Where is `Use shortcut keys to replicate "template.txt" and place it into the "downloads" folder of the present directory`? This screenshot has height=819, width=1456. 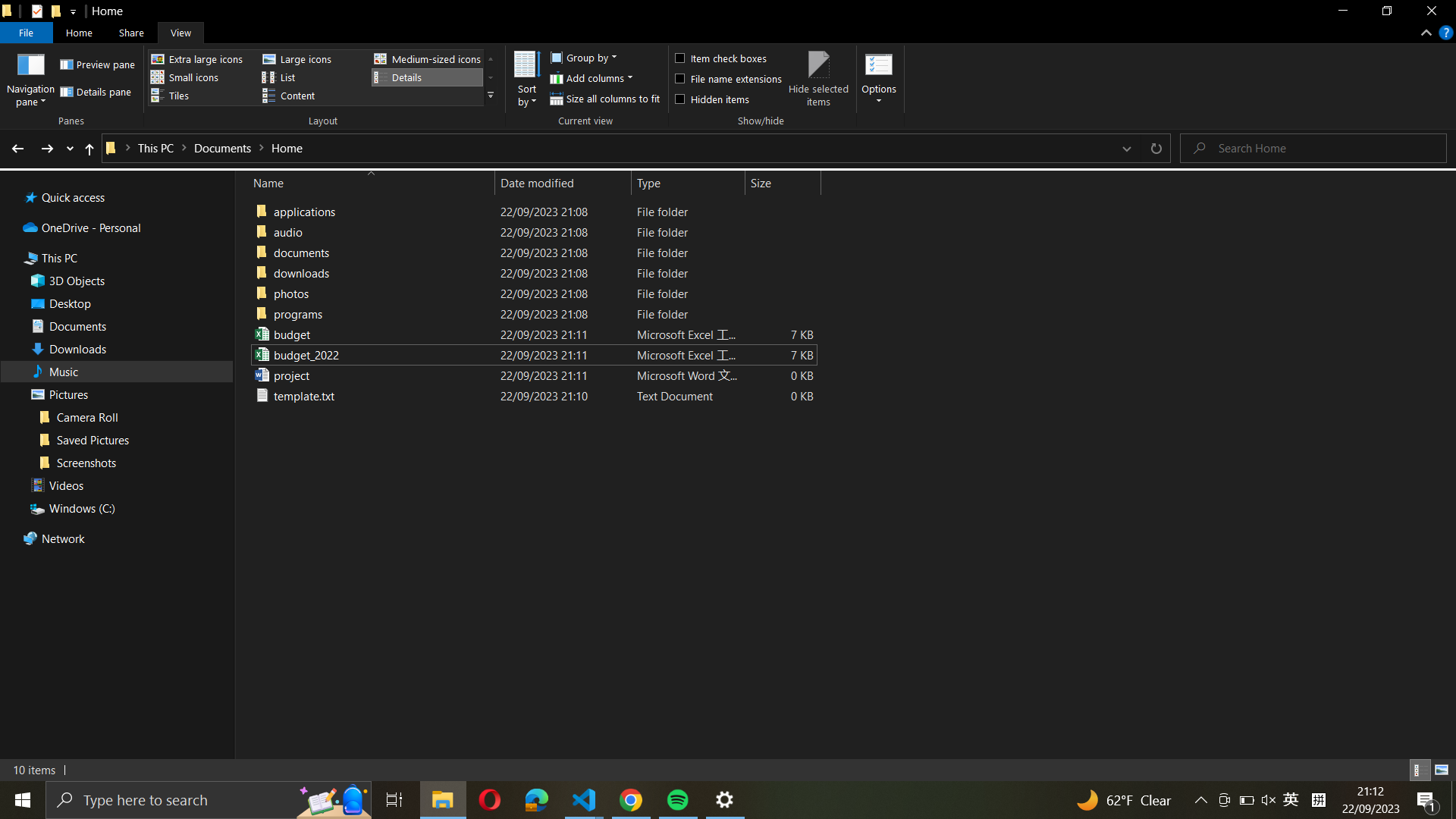
Use shortcut keys to replicate "template.txt" and place it into the "downloads" folder of the present directory is located at coordinates (531, 394).